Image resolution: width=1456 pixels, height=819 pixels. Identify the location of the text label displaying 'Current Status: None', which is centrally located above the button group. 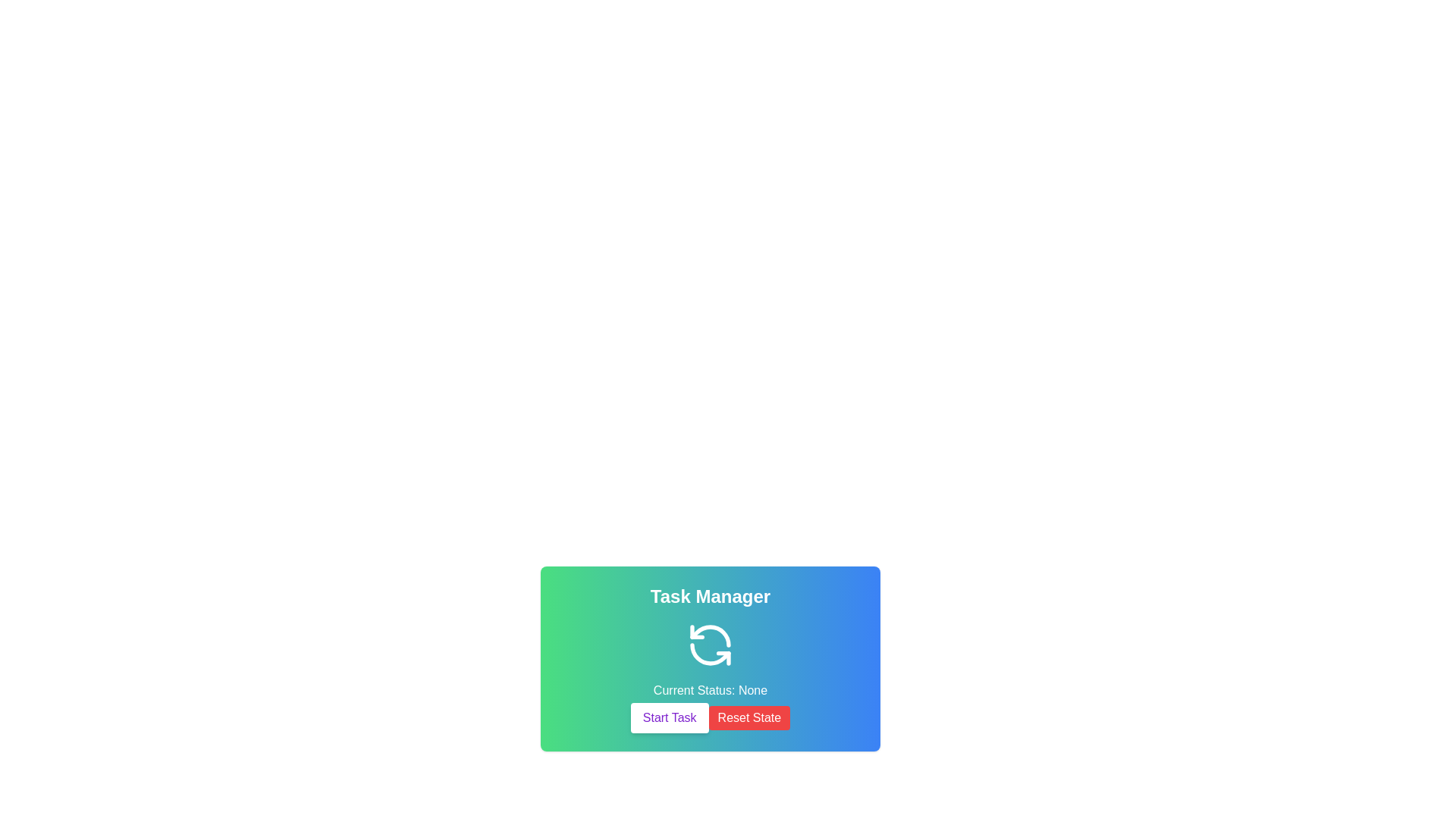
(709, 690).